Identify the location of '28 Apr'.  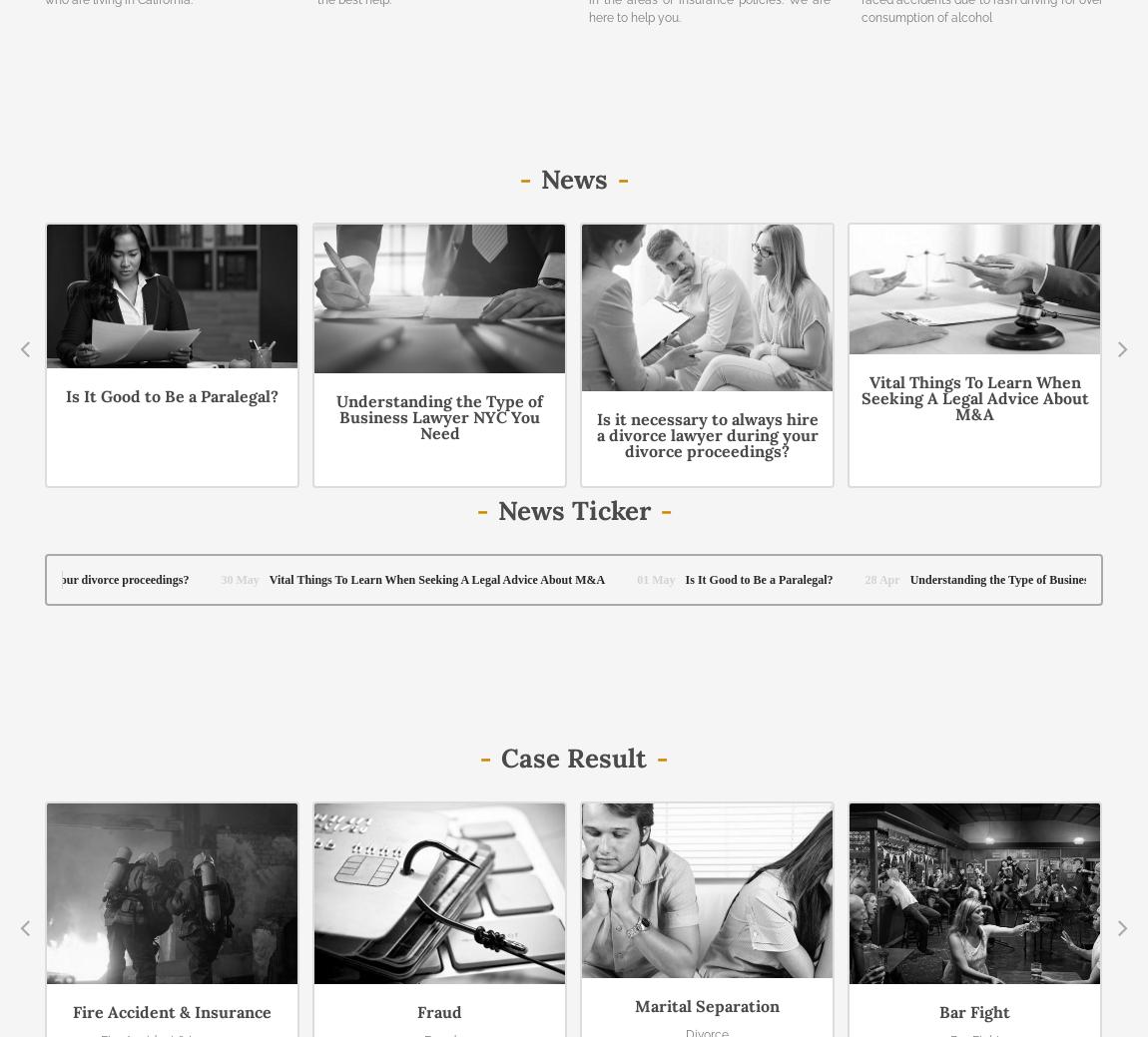
(263, 182).